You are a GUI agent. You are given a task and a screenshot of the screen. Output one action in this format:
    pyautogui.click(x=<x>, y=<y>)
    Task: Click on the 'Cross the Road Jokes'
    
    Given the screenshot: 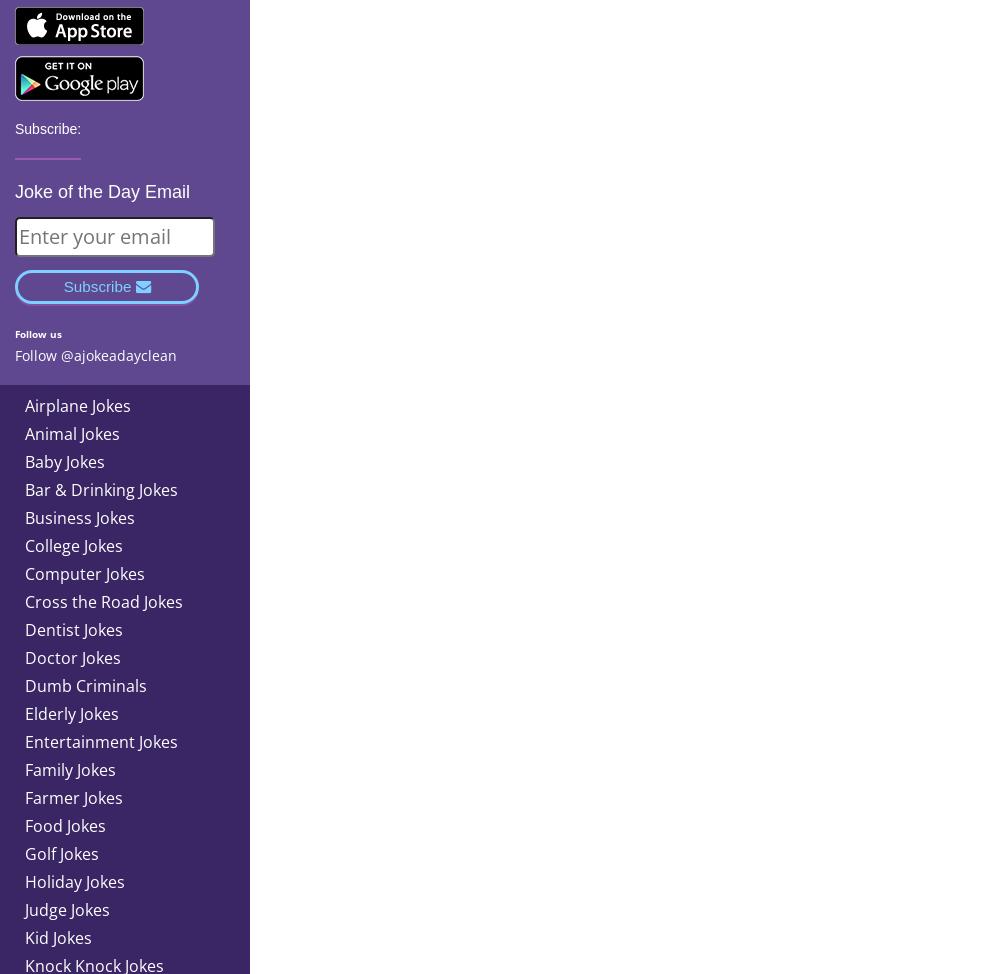 What is the action you would take?
    pyautogui.click(x=104, y=599)
    